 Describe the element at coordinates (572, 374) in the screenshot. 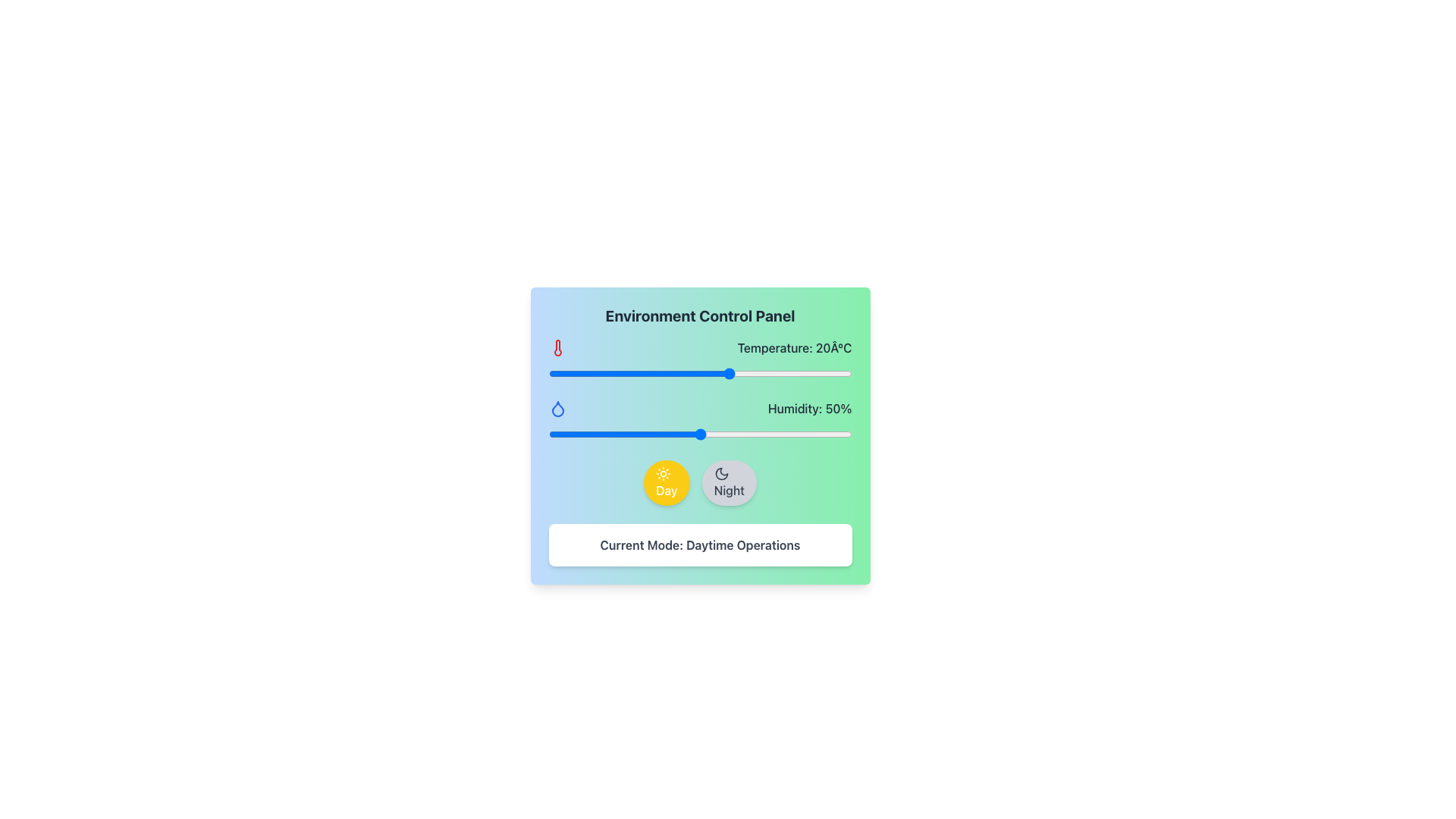

I see `the temperature` at that location.